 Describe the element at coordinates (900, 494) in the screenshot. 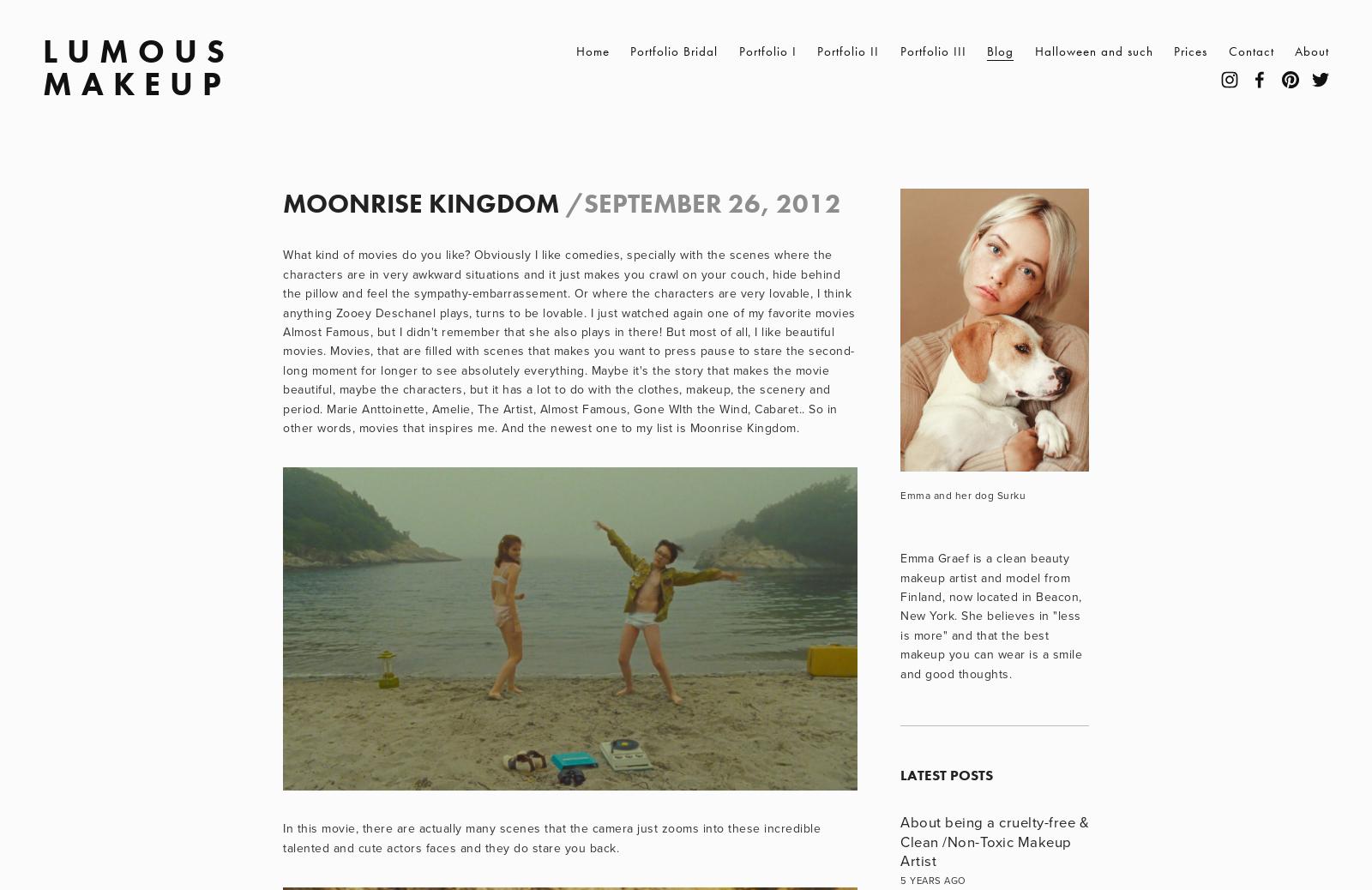

I see `'Emma and her dog Surku'` at that location.